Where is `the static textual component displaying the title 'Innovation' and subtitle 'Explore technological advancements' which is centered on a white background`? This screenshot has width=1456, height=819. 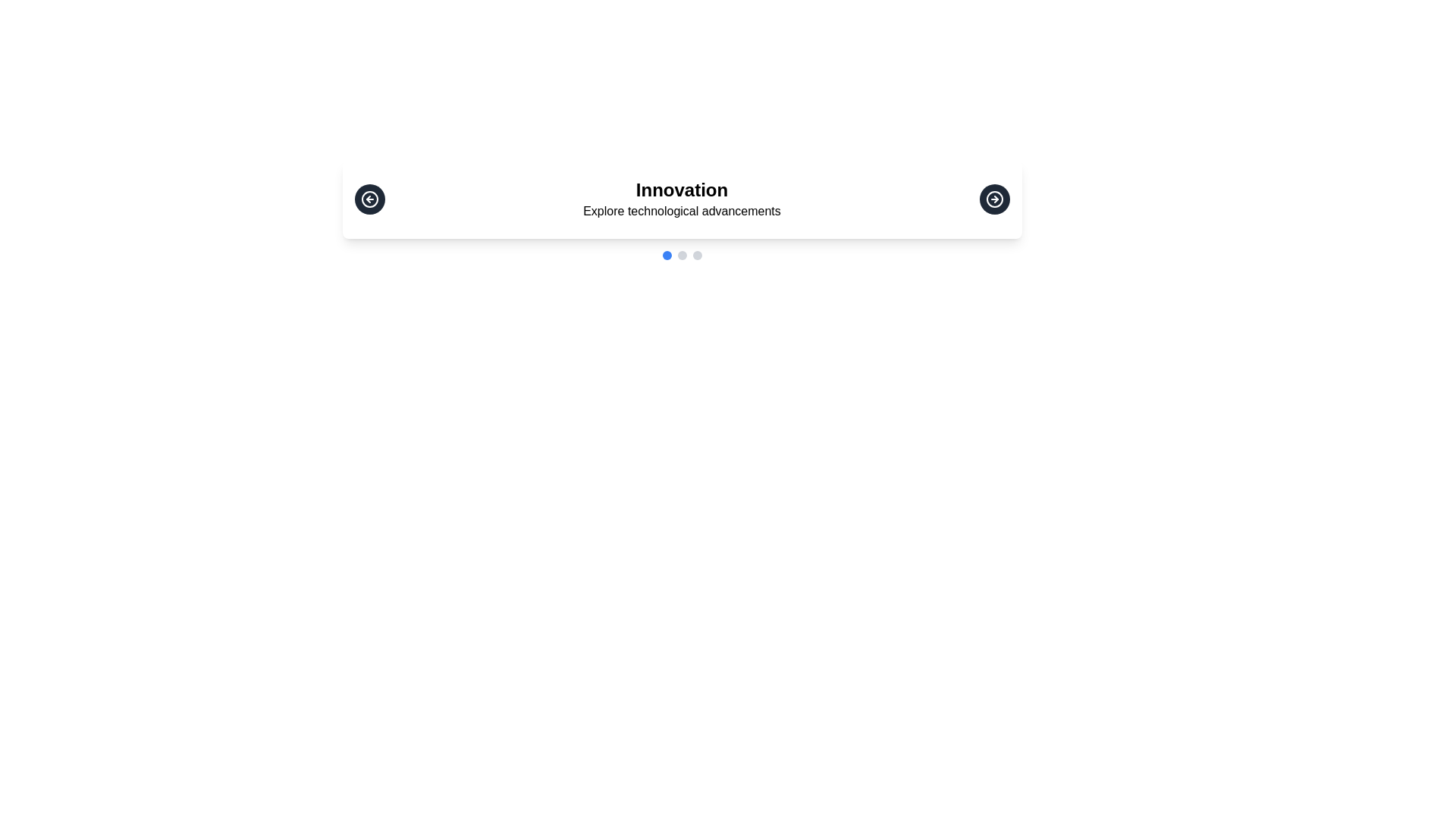 the static textual component displaying the title 'Innovation' and subtitle 'Explore technological advancements' which is centered on a white background is located at coordinates (681, 198).